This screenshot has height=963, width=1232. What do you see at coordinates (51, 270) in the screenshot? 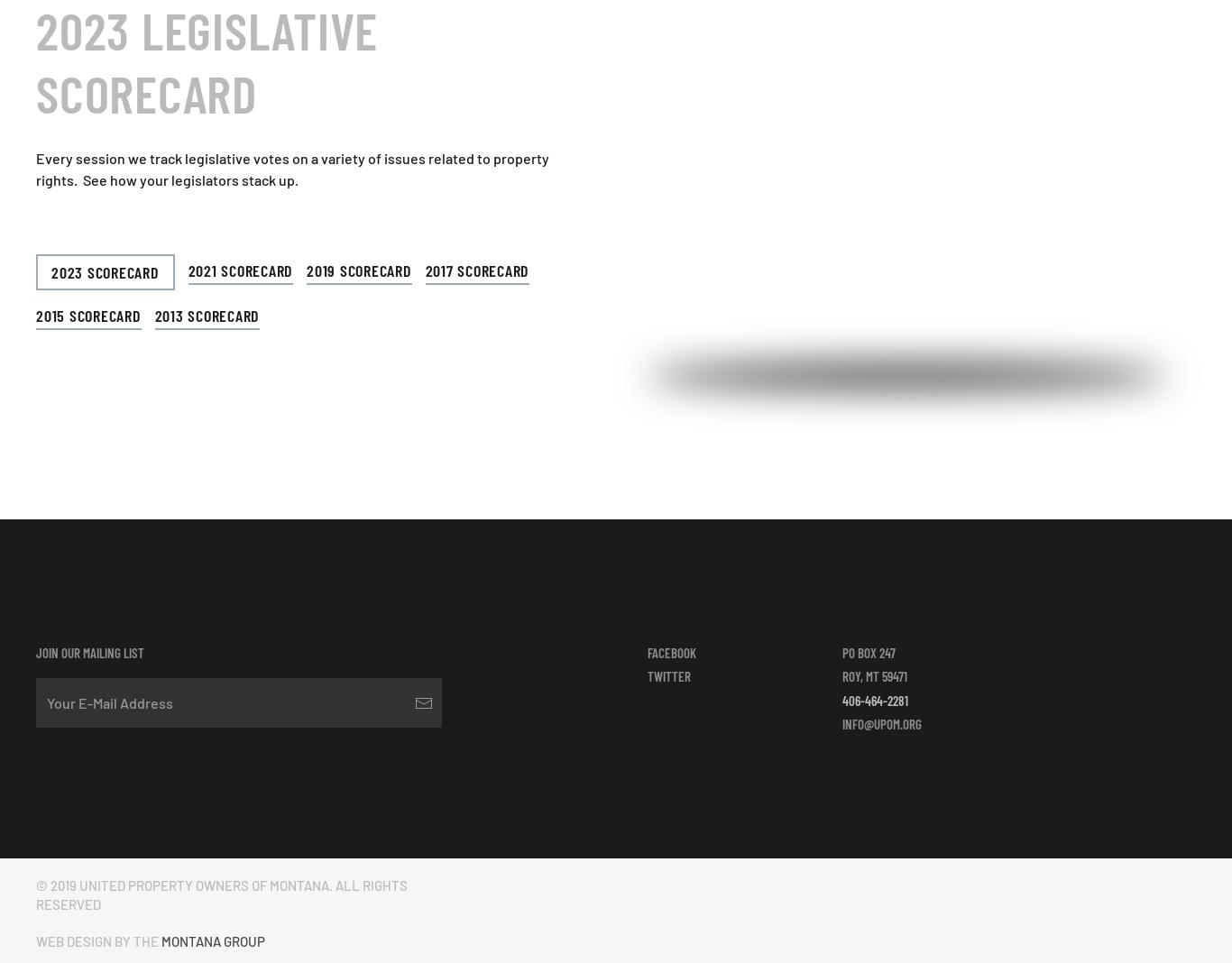
I see `'2023 Scorecard'` at bounding box center [51, 270].